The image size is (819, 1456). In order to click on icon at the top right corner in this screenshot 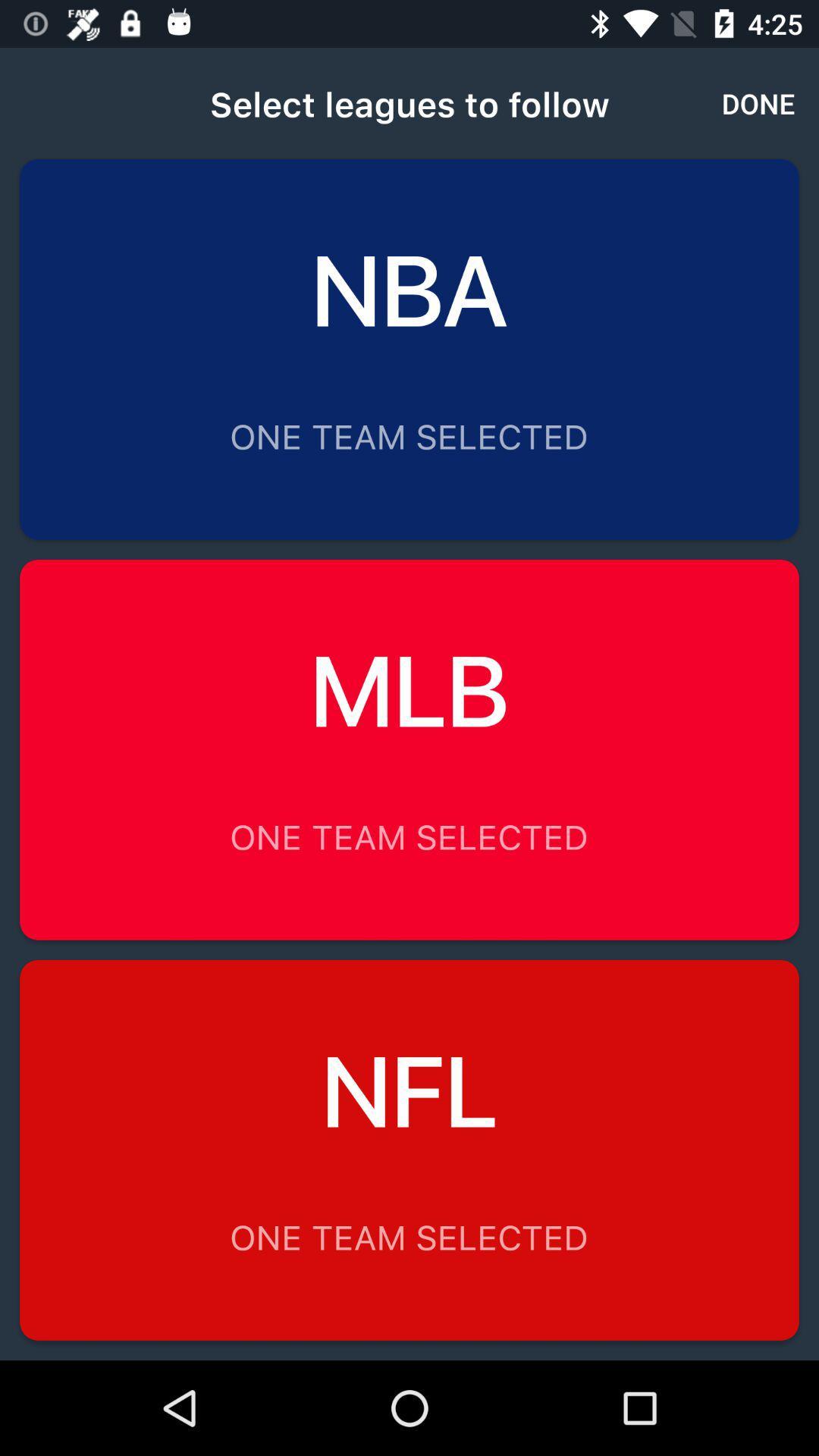, I will do `click(758, 102)`.